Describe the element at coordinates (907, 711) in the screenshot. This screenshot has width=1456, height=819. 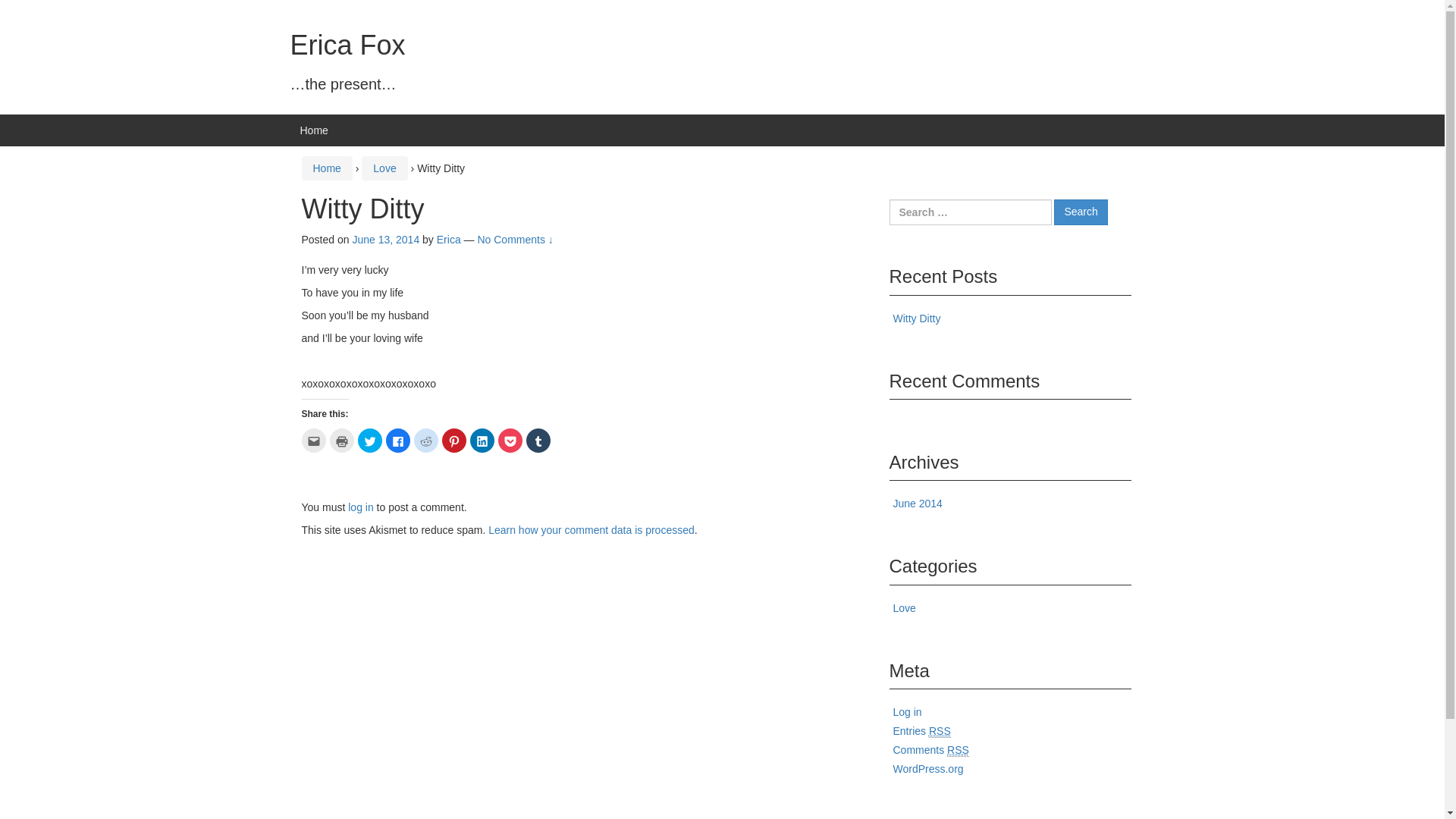
I see `'Log in'` at that location.